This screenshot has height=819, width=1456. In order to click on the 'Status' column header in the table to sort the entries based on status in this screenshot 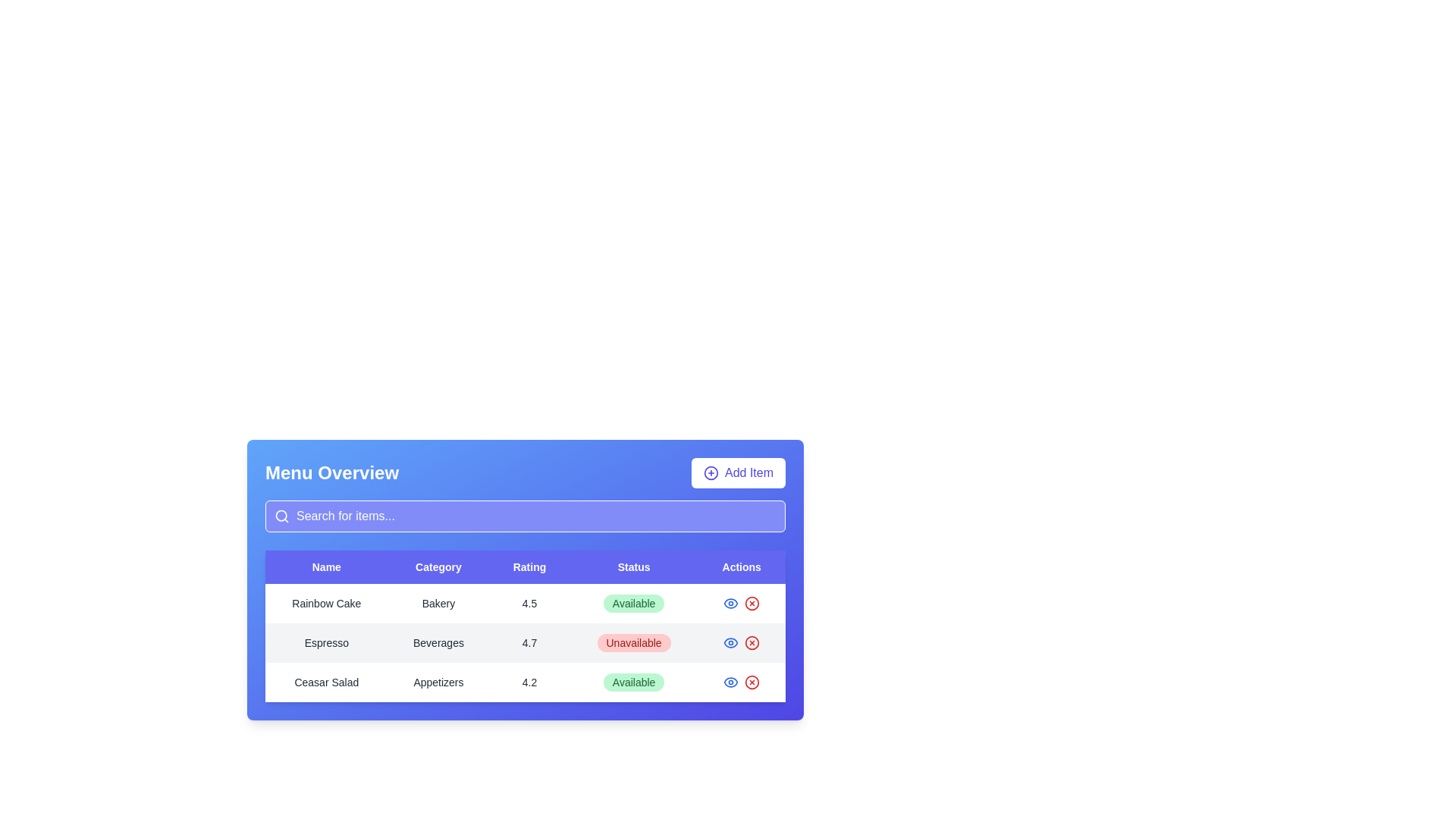, I will do `click(634, 567)`.